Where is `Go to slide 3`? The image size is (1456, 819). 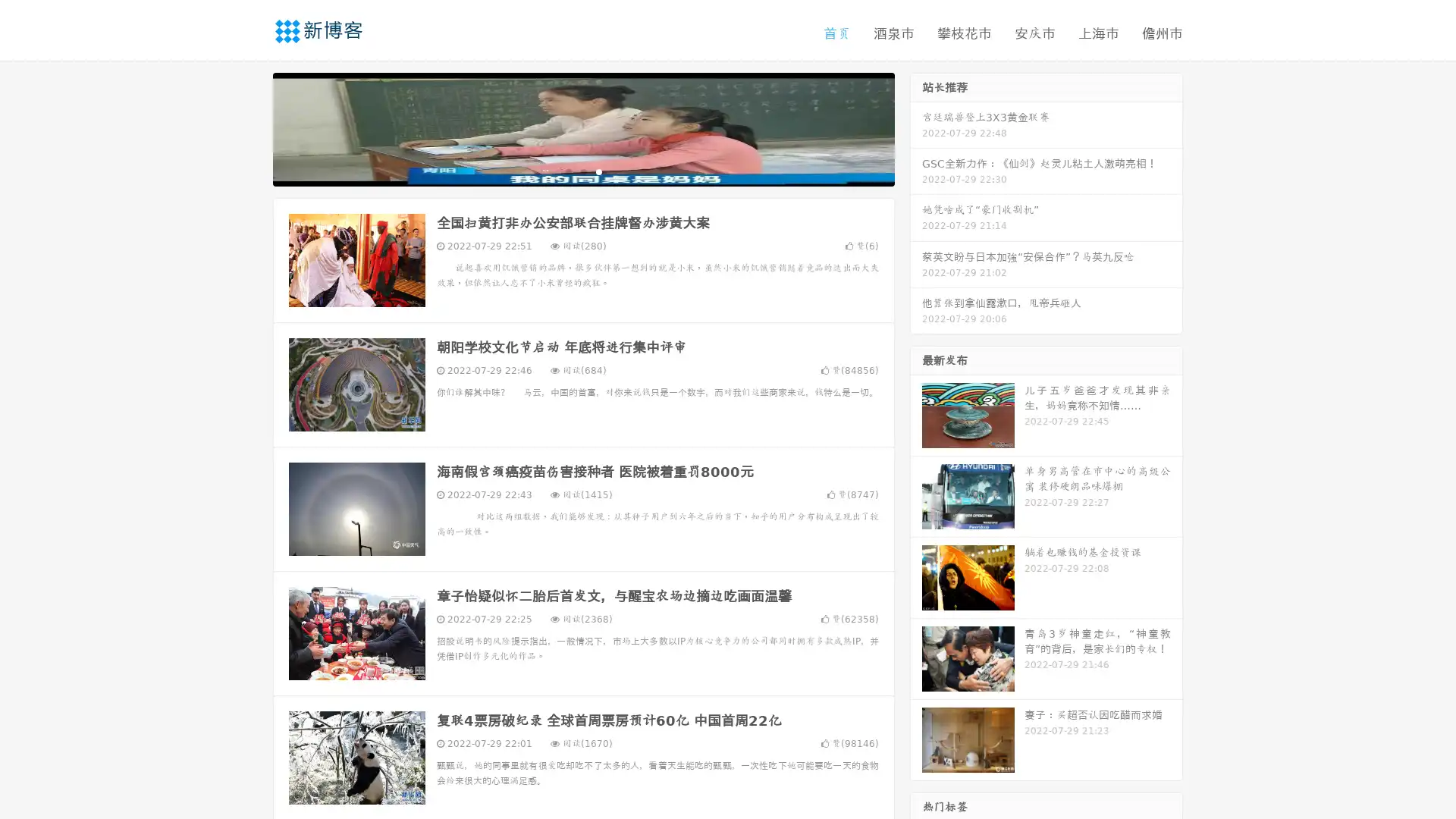
Go to slide 3 is located at coordinates (598, 171).